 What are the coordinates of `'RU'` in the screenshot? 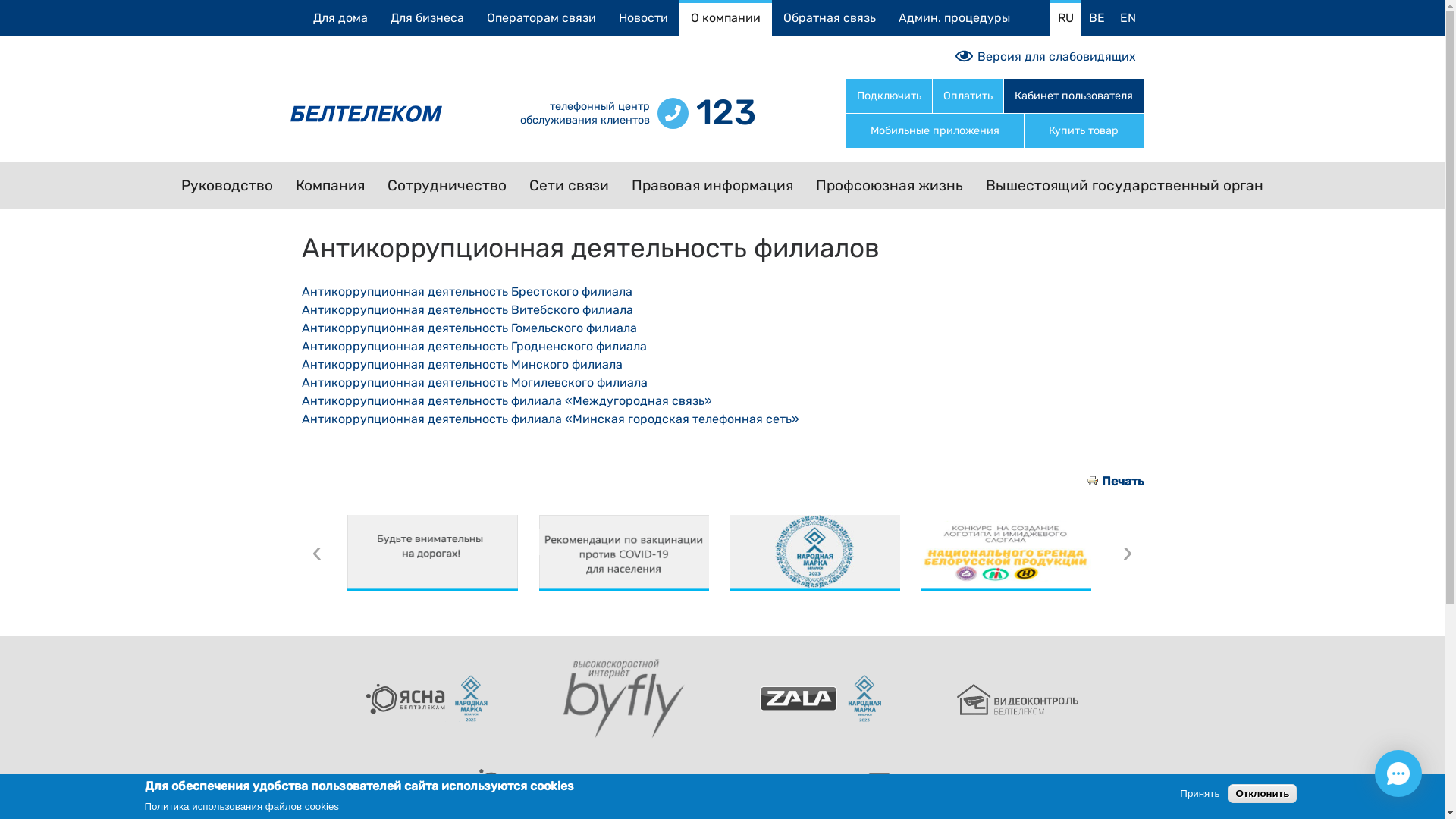 It's located at (1064, 17).